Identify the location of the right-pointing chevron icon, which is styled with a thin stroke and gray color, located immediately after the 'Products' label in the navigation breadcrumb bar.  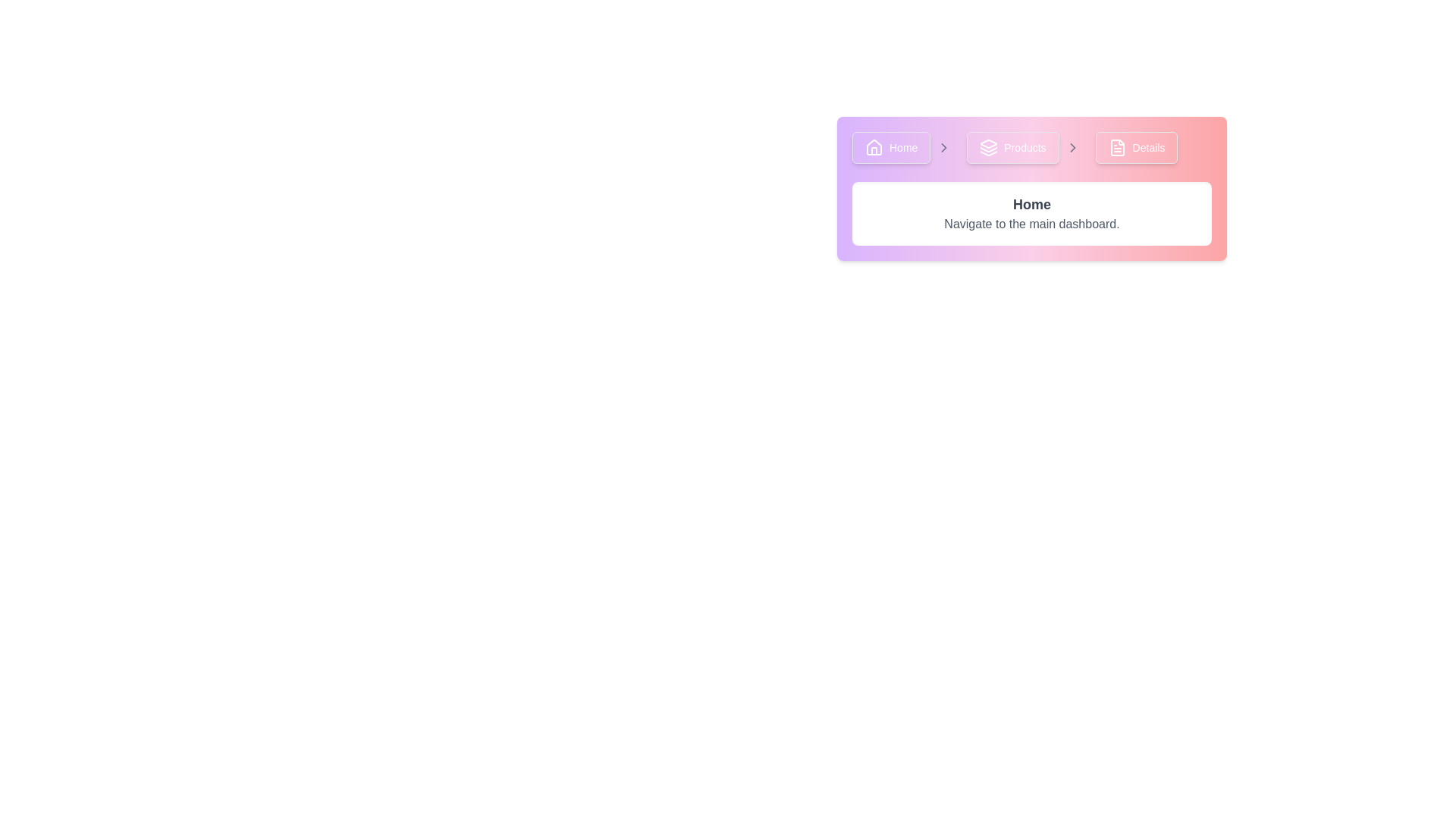
(1072, 148).